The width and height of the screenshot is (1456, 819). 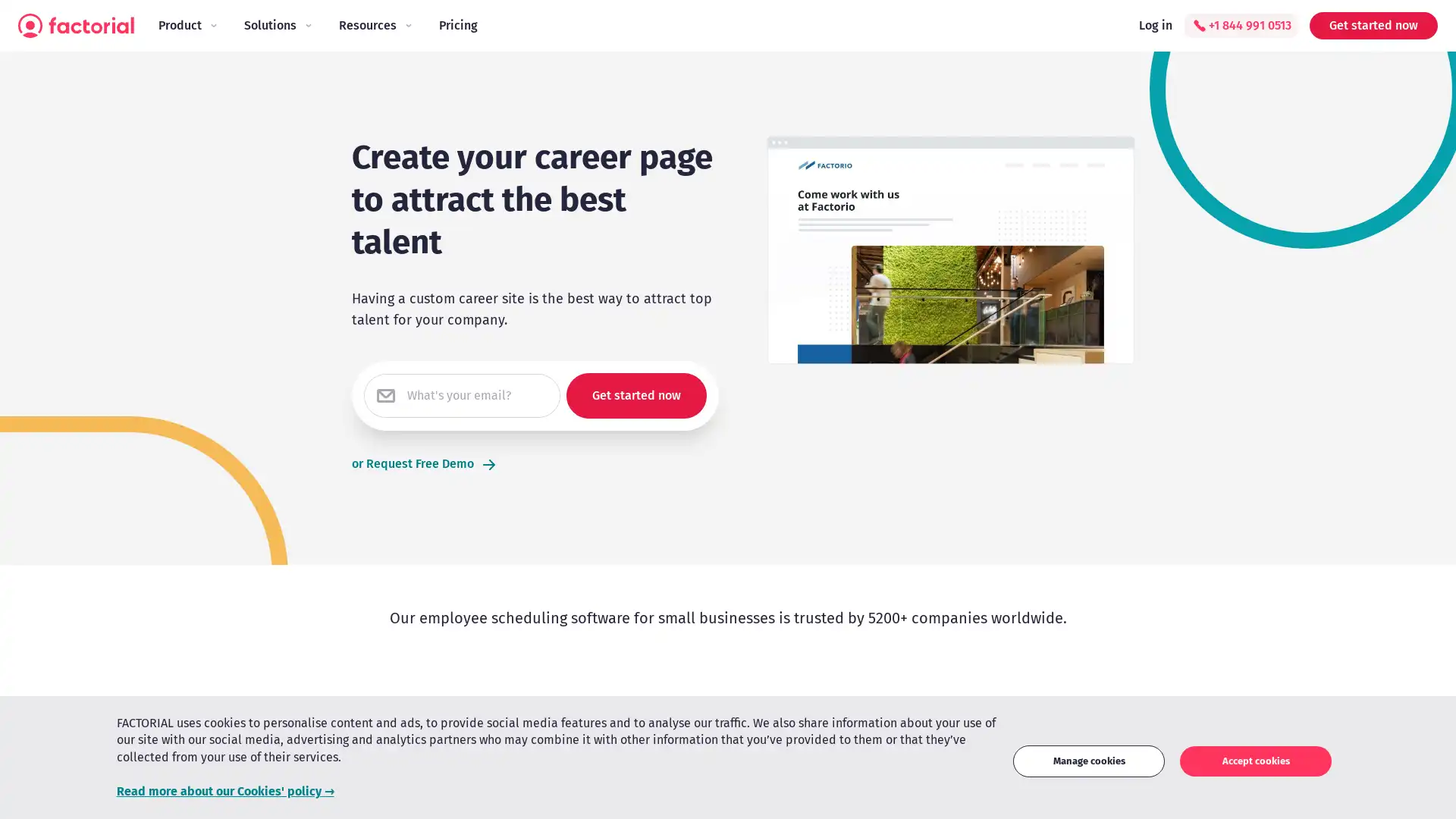 I want to click on Resources, so click(x=377, y=26).